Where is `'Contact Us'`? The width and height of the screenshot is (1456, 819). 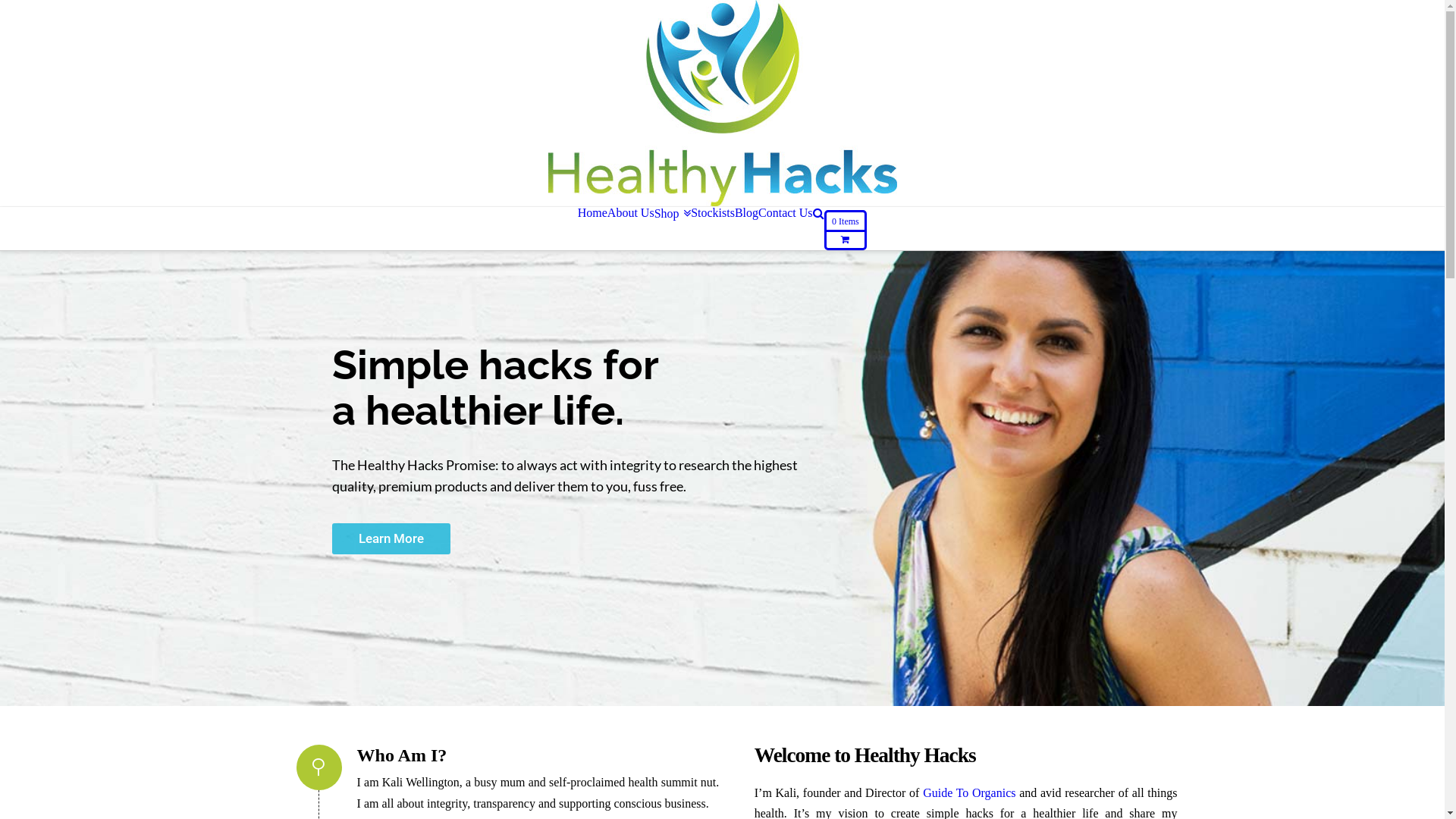 'Contact Us' is located at coordinates (786, 213).